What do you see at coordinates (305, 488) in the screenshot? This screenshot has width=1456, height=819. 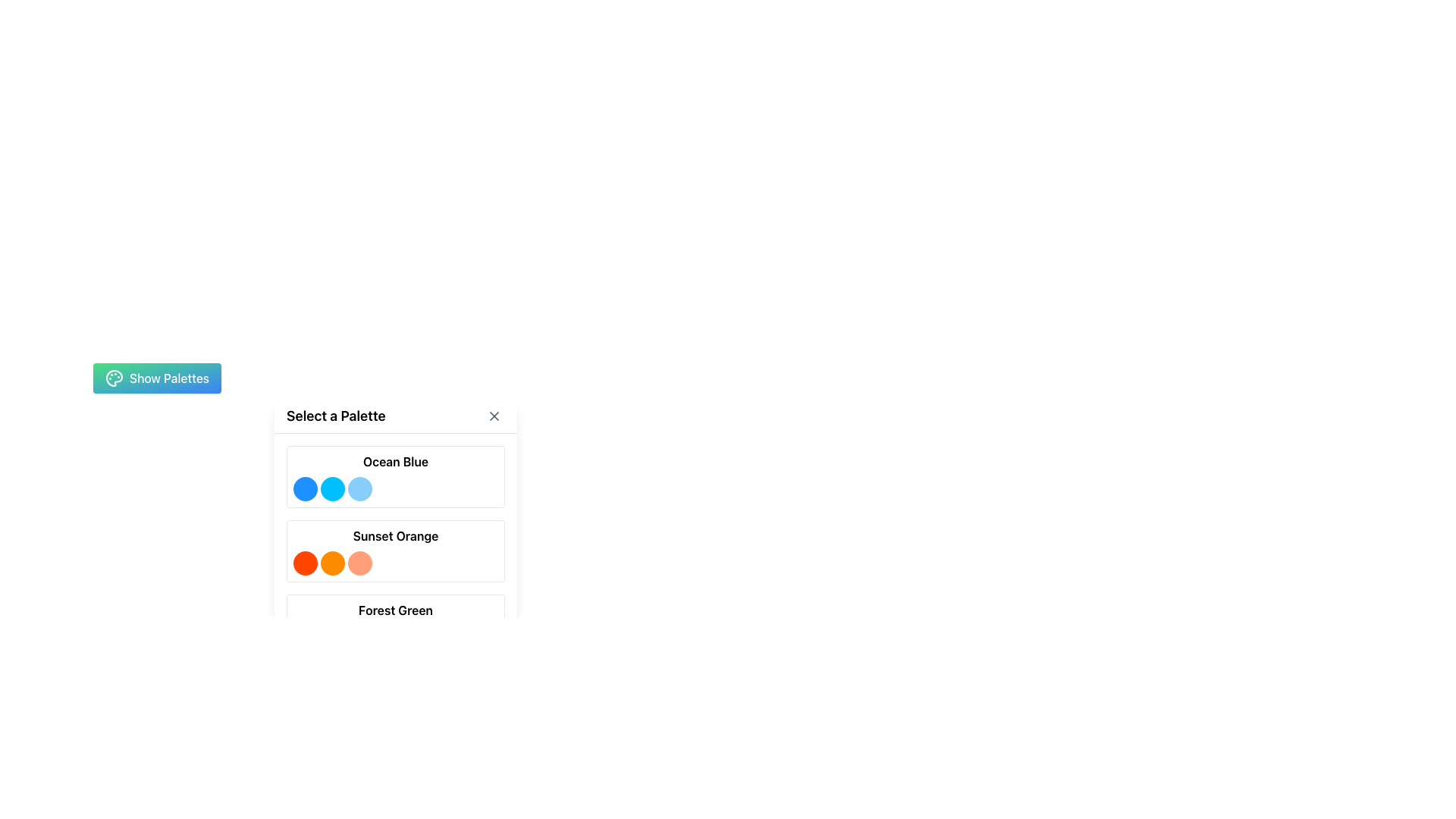 I see `the first circle in the 'Ocean Blue' palette option` at bounding box center [305, 488].